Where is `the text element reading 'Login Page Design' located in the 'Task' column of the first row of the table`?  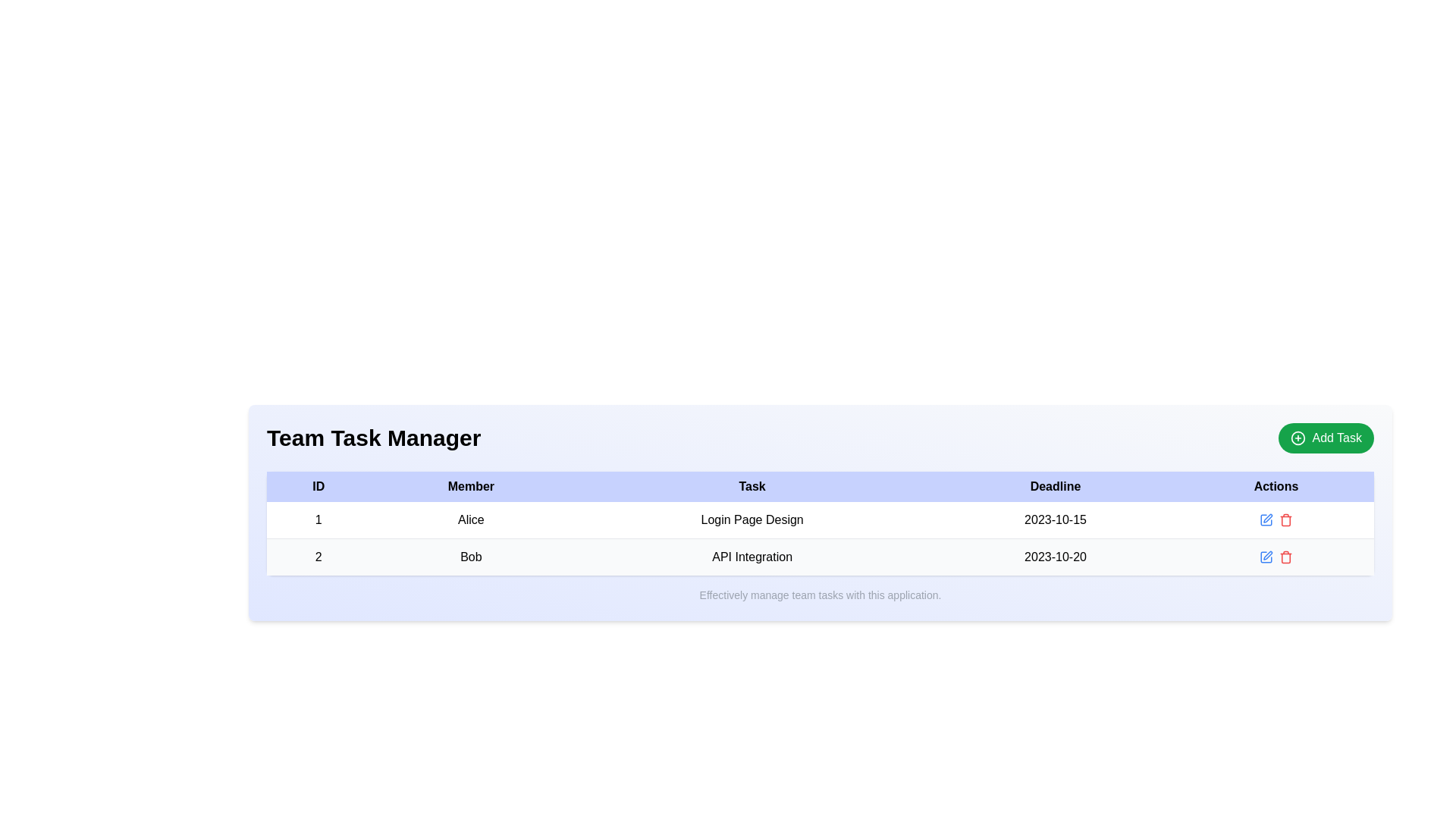
the text element reading 'Login Page Design' located in the 'Task' column of the first row of the table is located at coordinates (752, 519).